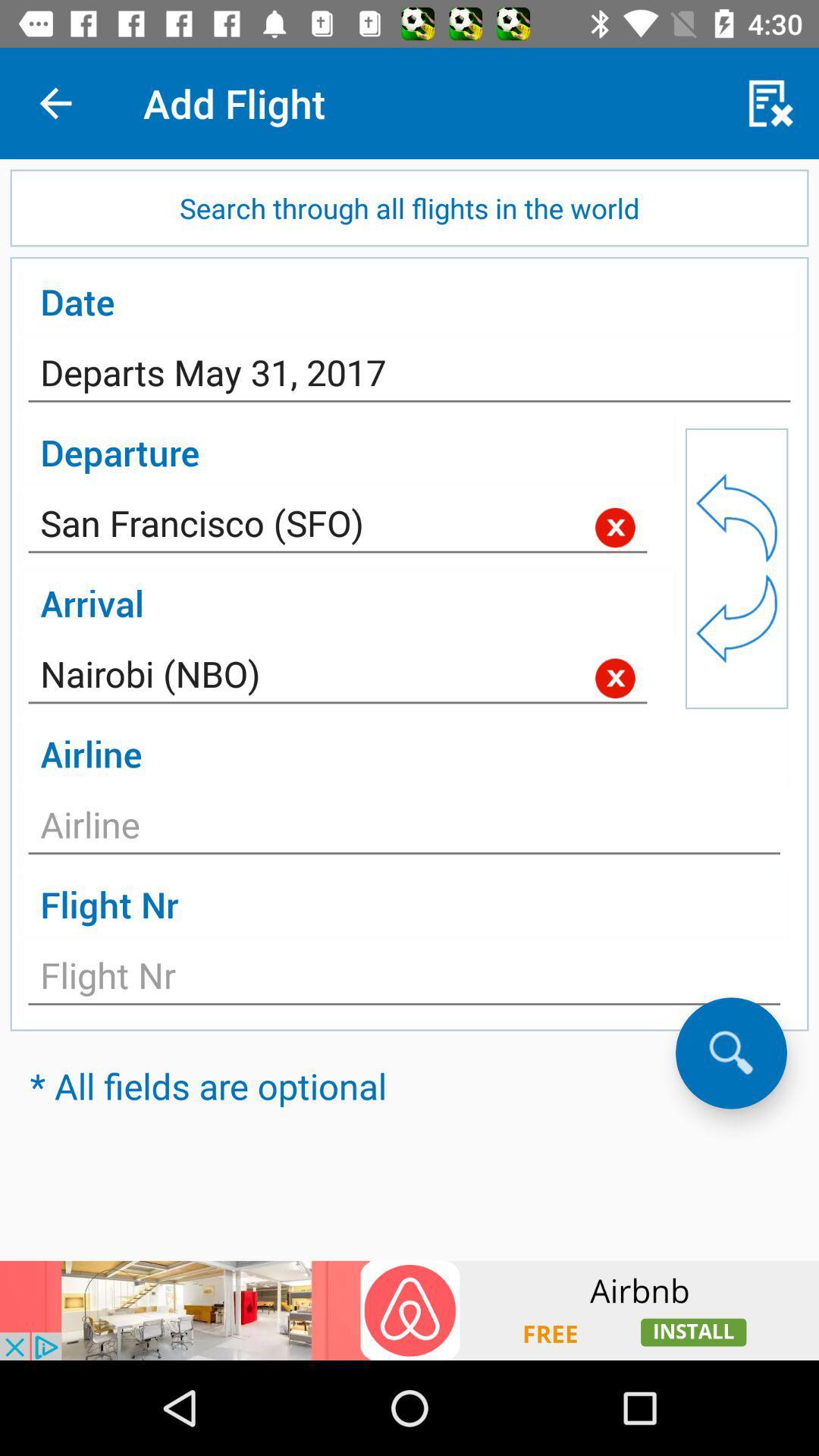 The image size is (819, 1456). Describe the element at coordinates (403, 980) in the screenshot. I see `type flight nr` at that location.